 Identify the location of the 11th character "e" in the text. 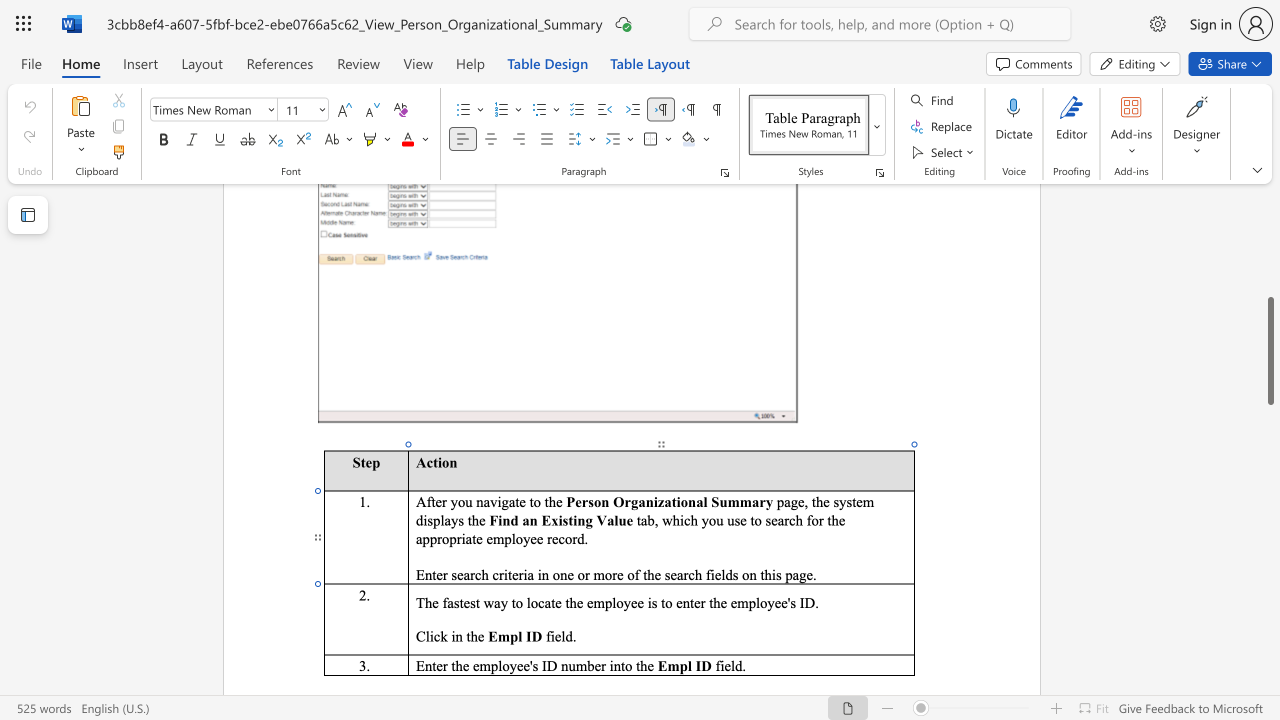
(733, 601).